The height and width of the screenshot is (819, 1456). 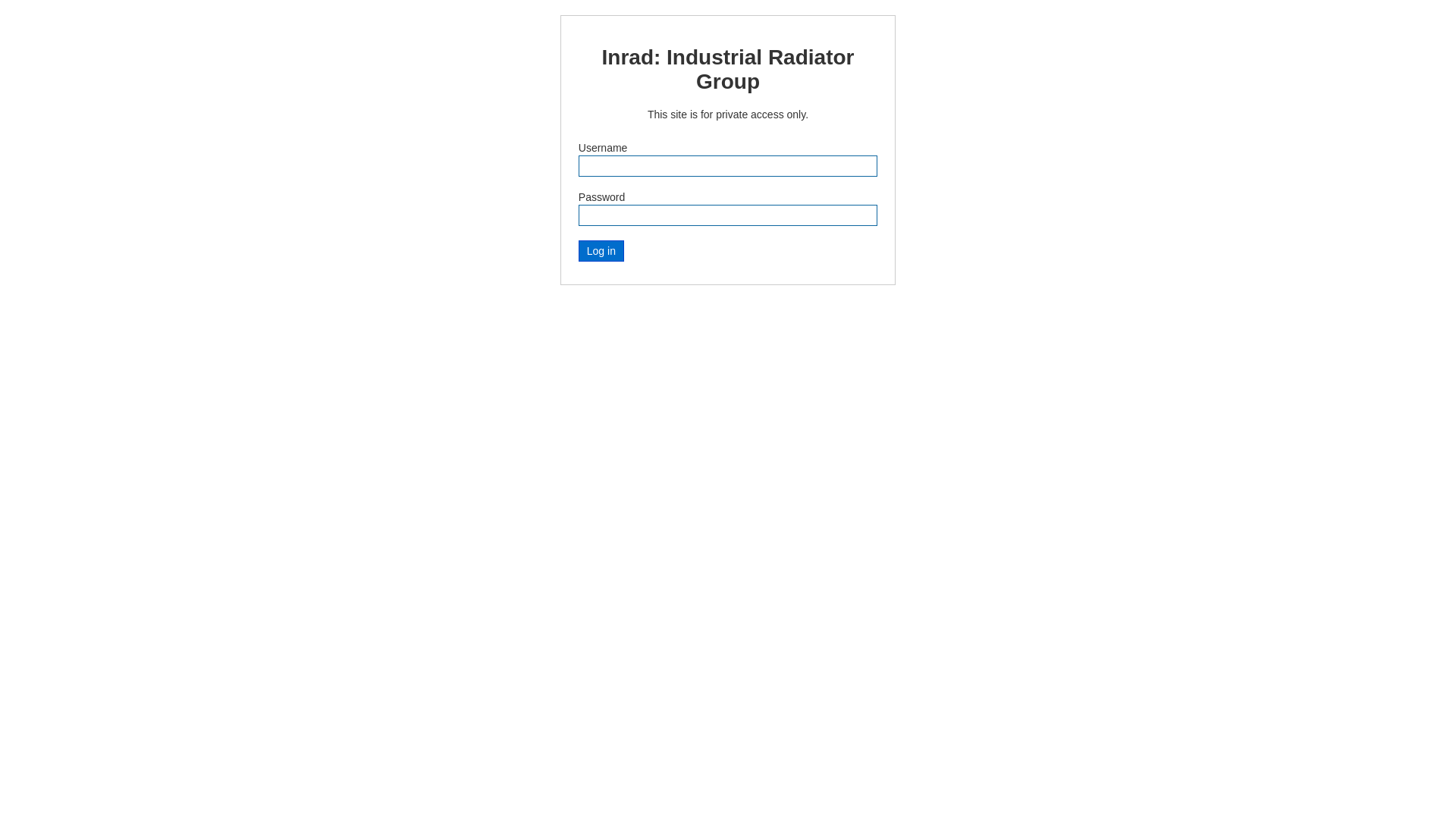 I want to click on 'Log in', so click(x=600, y=250).